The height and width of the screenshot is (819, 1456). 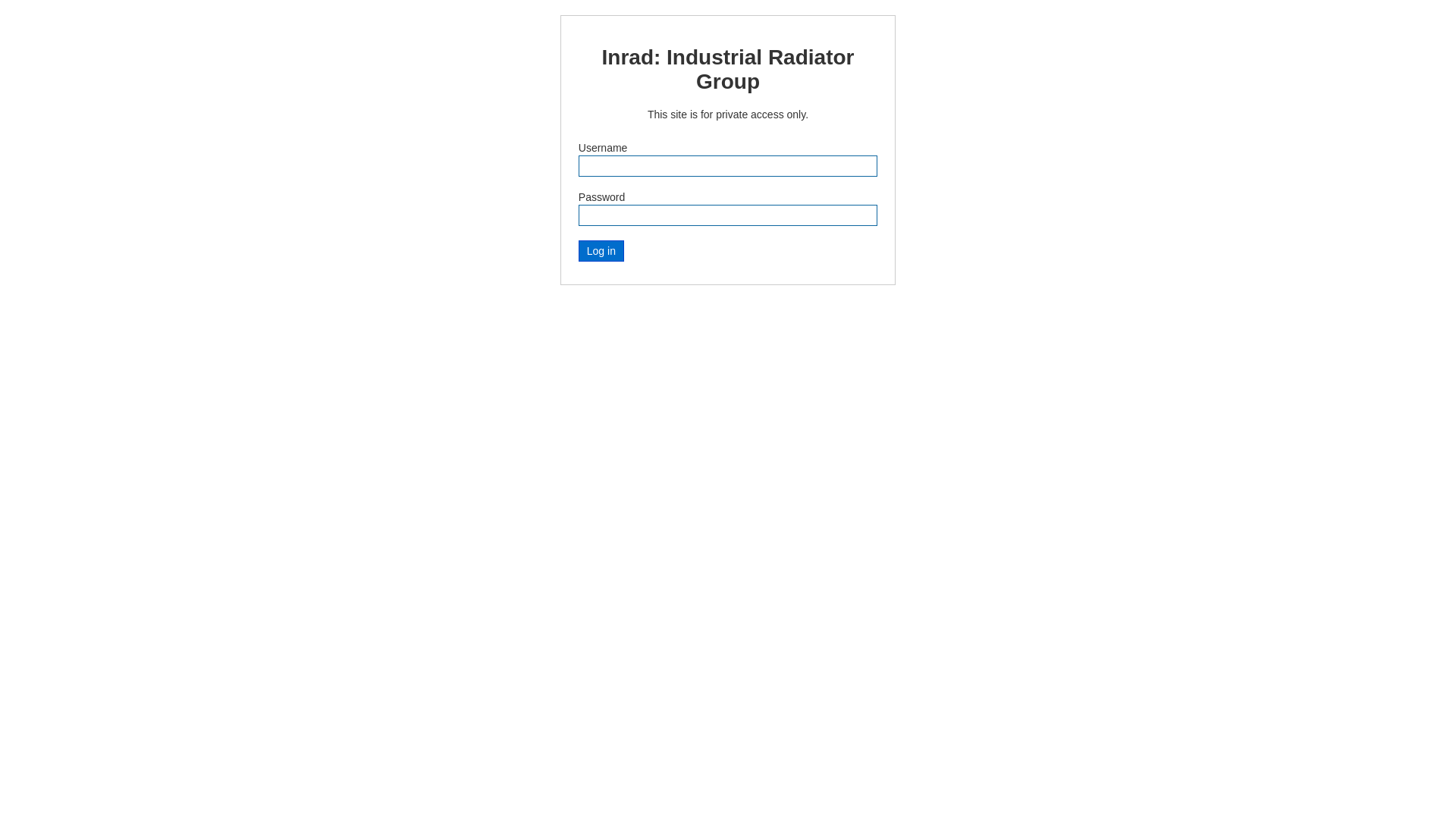 I want to click on 'Log in', so click(x=600, y=250).